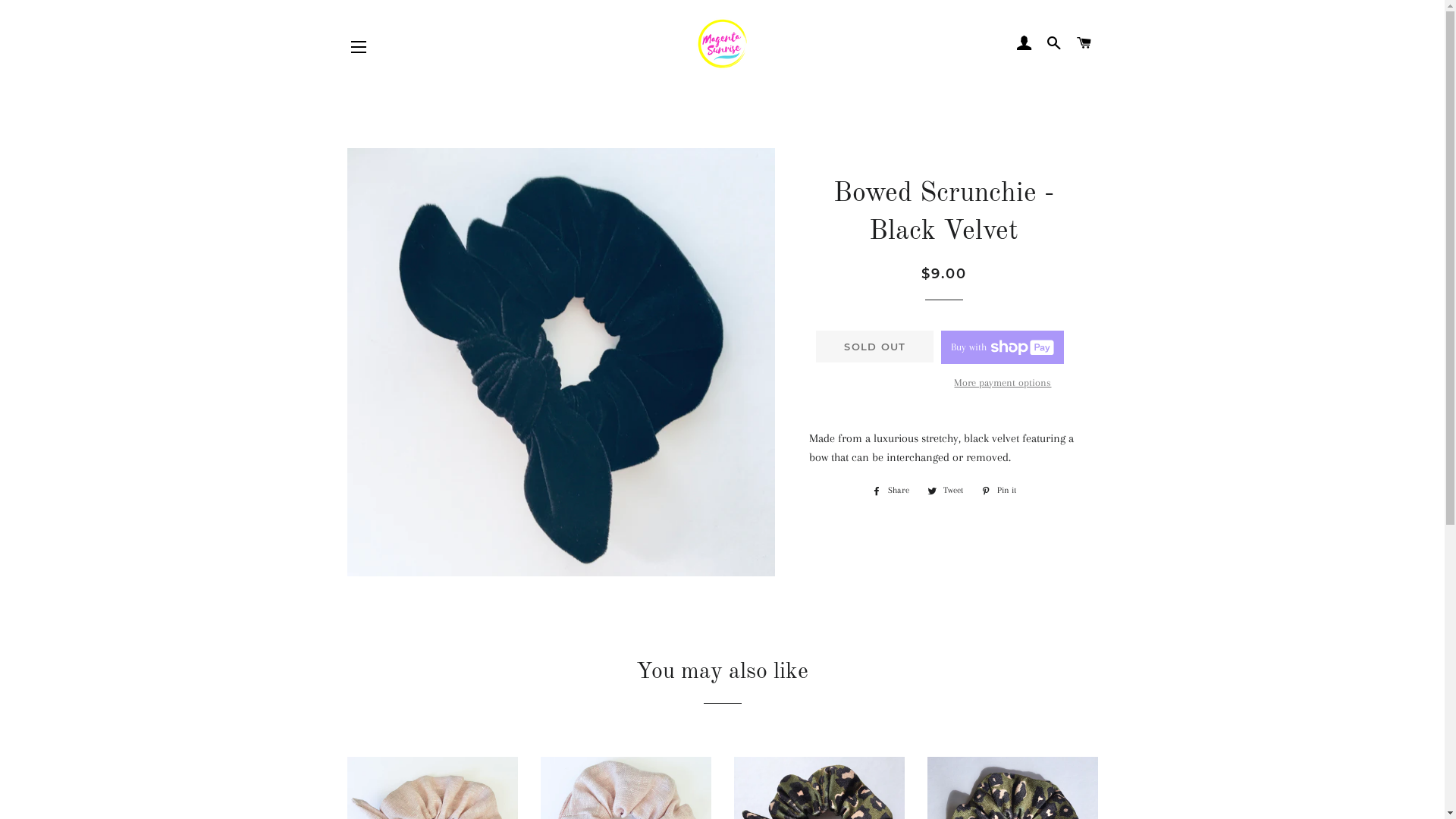  Describe the element at coordinates (998, 491) in the screenshot. I see `'Pin it` at that location.